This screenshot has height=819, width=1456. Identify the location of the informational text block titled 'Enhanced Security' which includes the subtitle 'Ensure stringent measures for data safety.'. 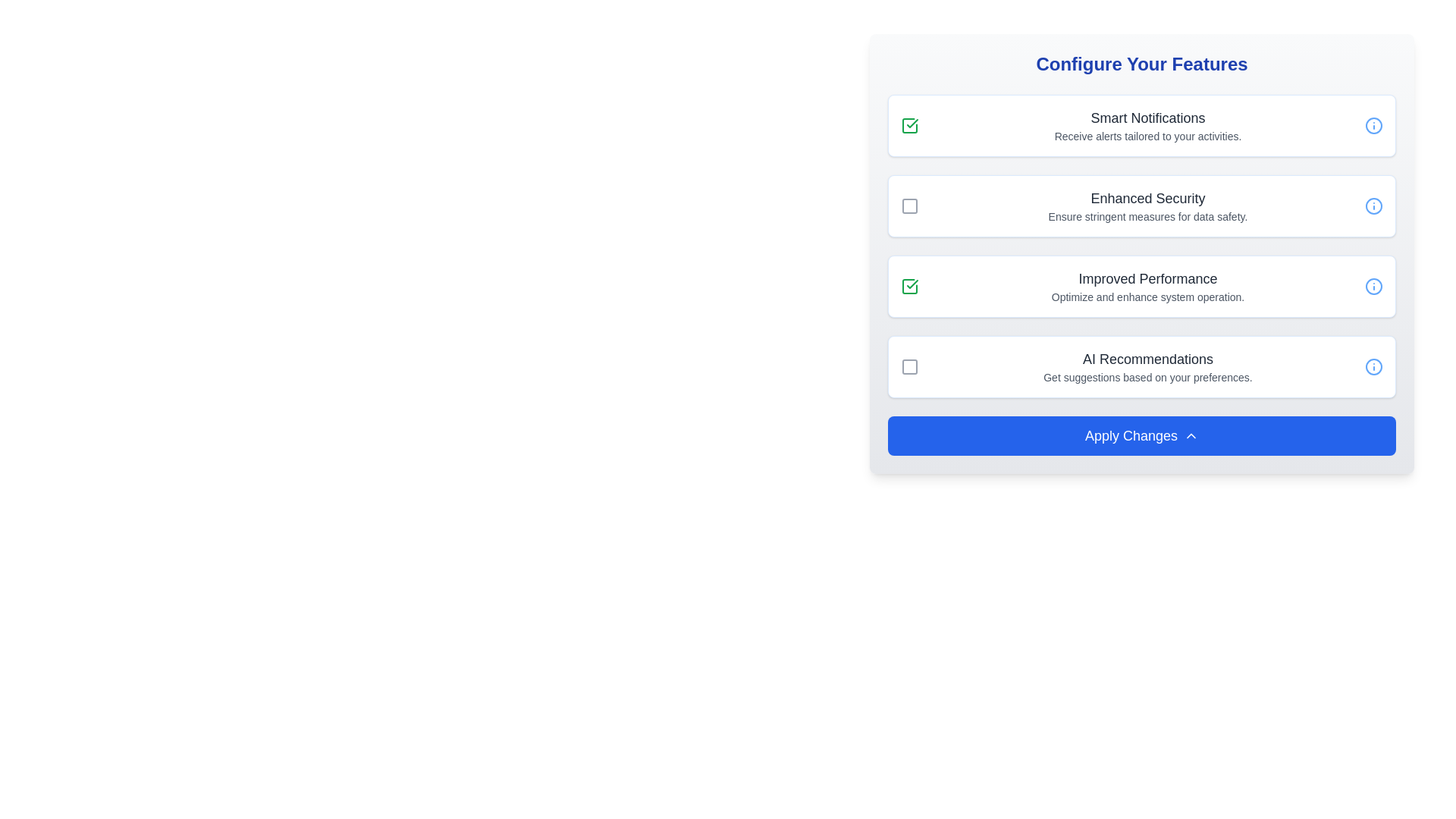
(1147, 206).